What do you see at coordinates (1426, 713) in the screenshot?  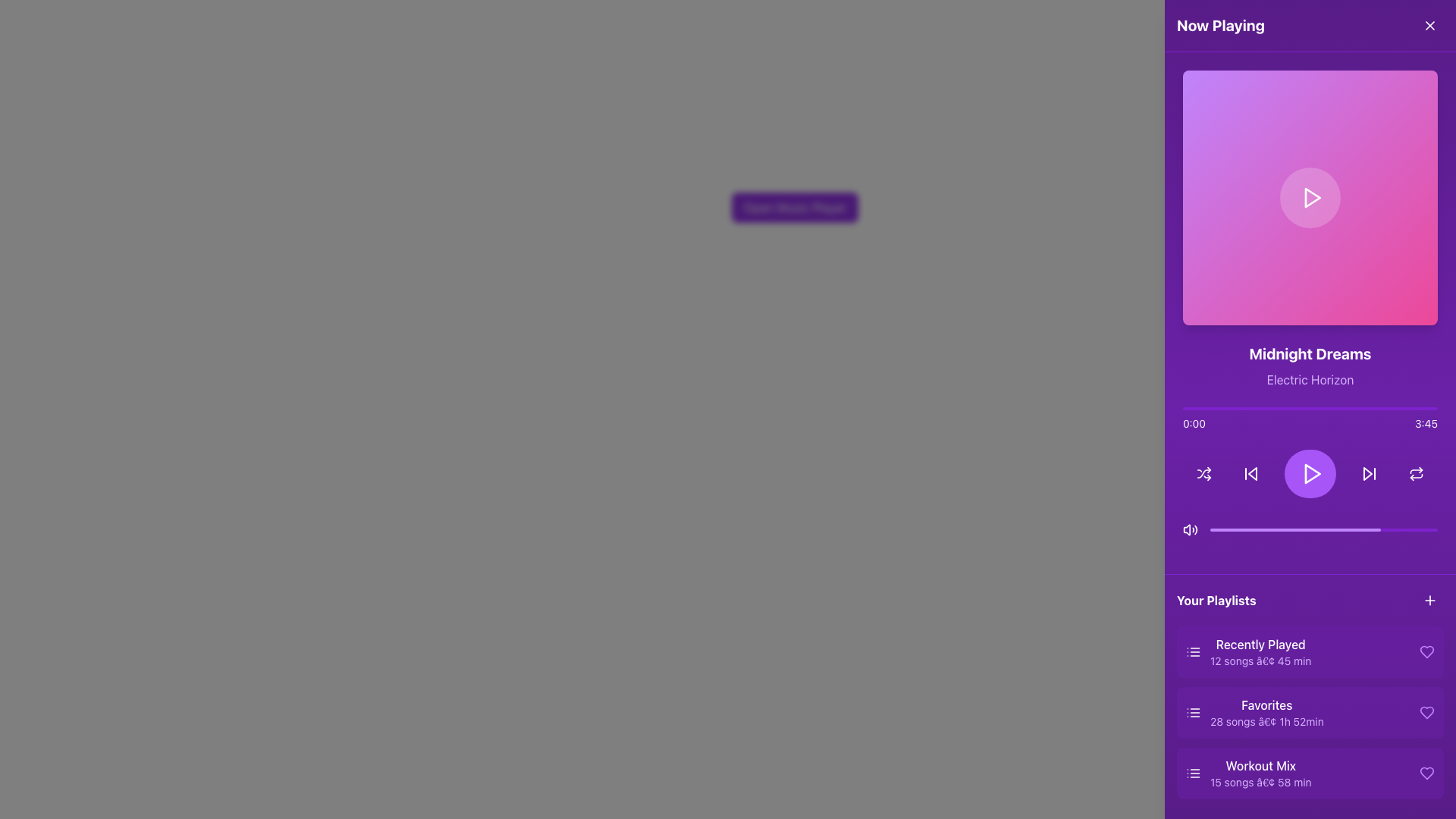 I see `the heart-shaped icon with a hollow outline styled in purple located` at bounding box center [1426, 713].